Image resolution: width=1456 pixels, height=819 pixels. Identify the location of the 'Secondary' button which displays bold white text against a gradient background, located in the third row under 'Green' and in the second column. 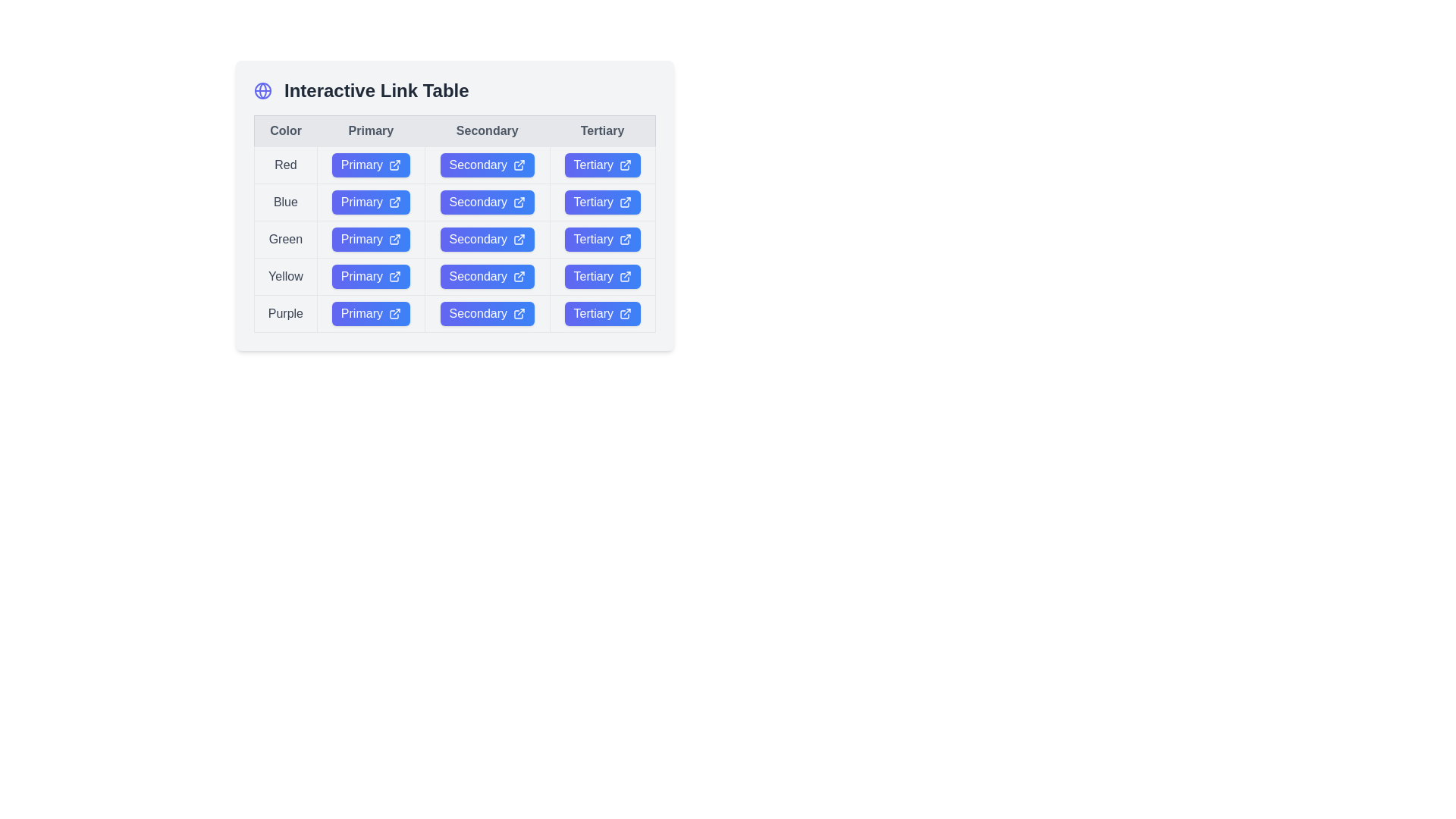
(477, 239).